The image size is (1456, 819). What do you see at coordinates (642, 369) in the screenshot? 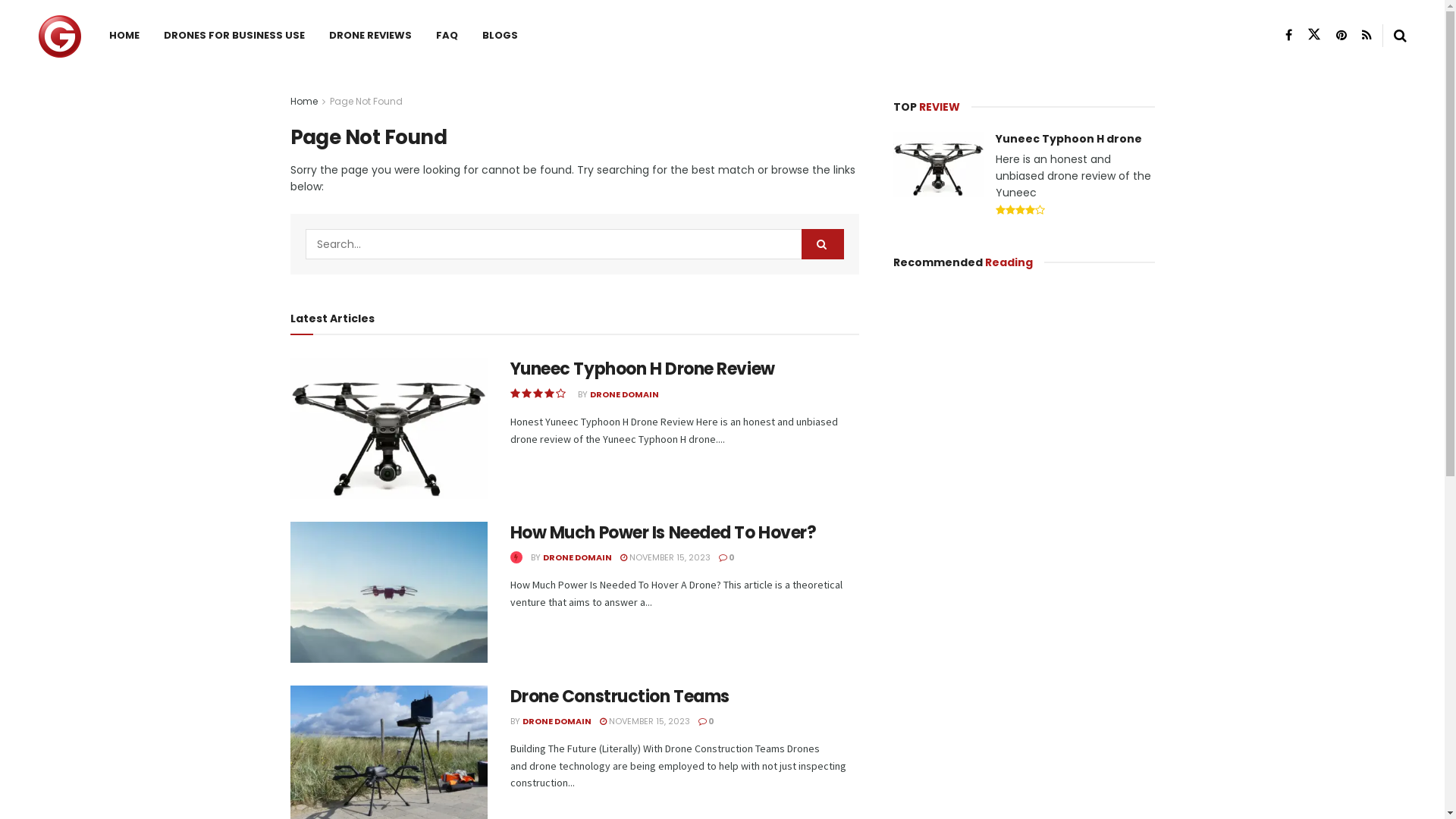
I see `'Yuneec Typhoon H Drone Review'` at bounding box center [642, 369].